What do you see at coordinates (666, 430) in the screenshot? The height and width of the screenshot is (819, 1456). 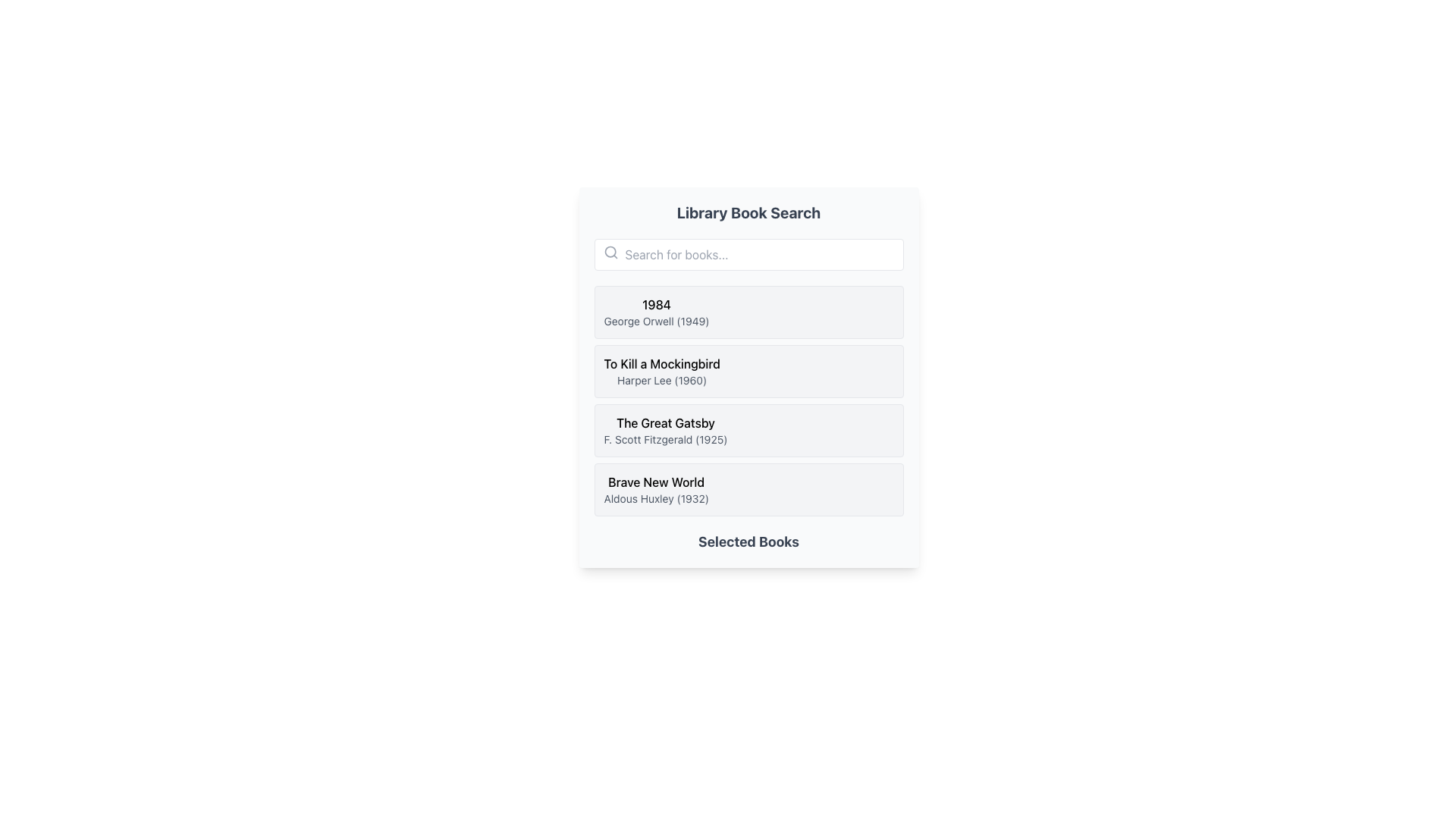 I see `text displayed for the book entry titled 'The Great Gatsby' by F. Scott Fitzgerald, which is the third entry in the list of books` at bounding box center [666, 430].